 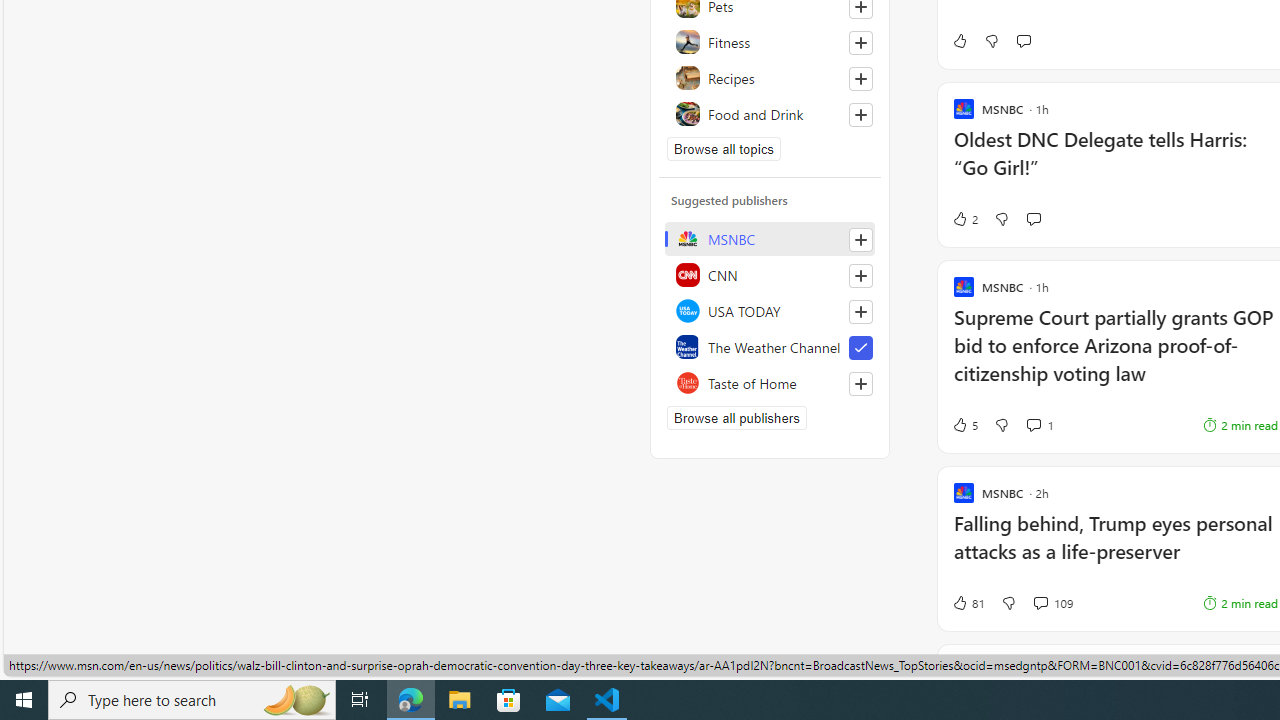 What do you see at coordinates (735, 416) in the screenshot?
I see `'Browse all publishers'` at bounding box center [735, 416].